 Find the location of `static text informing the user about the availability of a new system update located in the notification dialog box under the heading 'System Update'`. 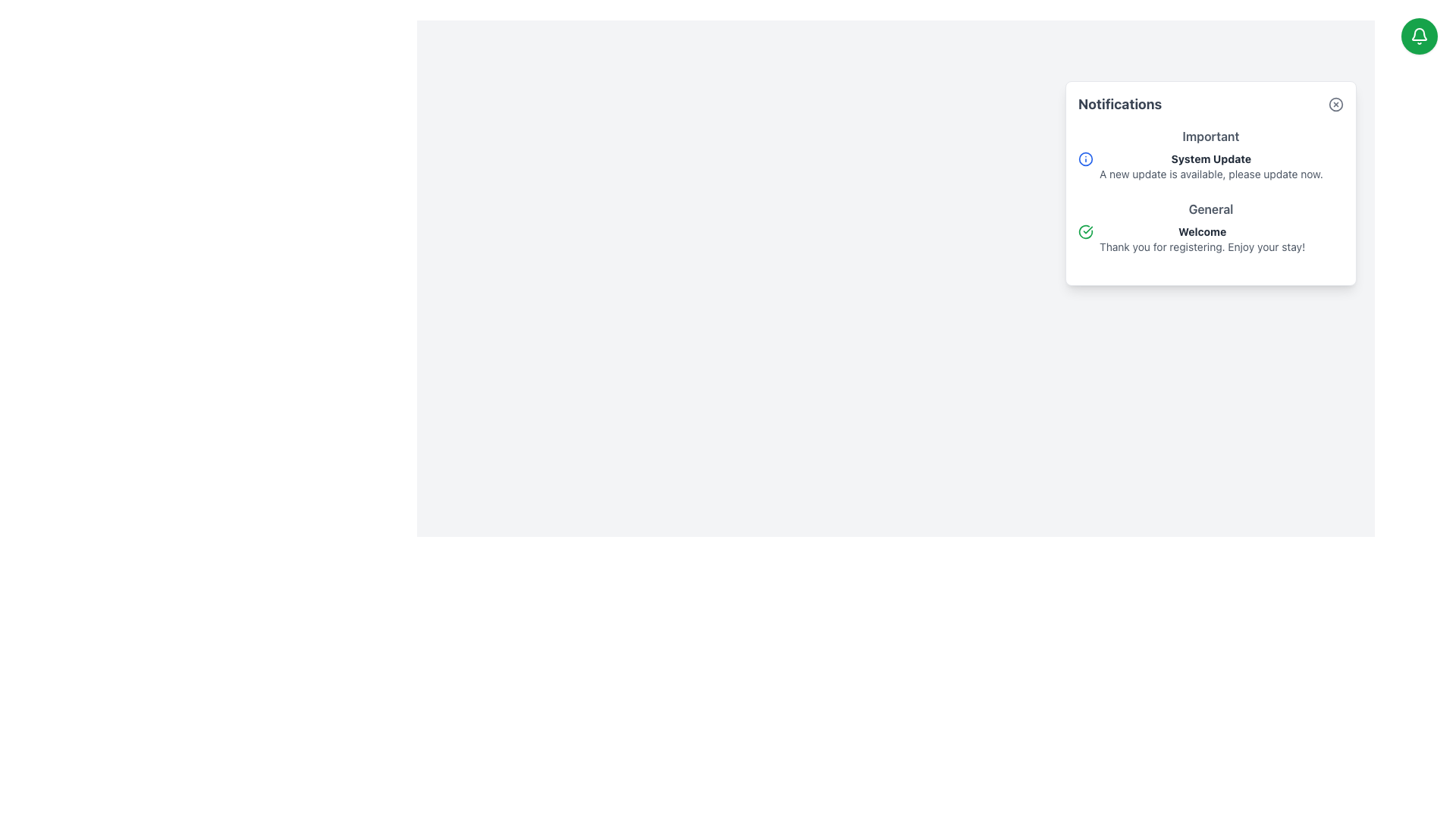

static text informing the user about the availability of a new system update located in the notification dialog box under the heading 'System Update' is located at coordinates (1210, 174).